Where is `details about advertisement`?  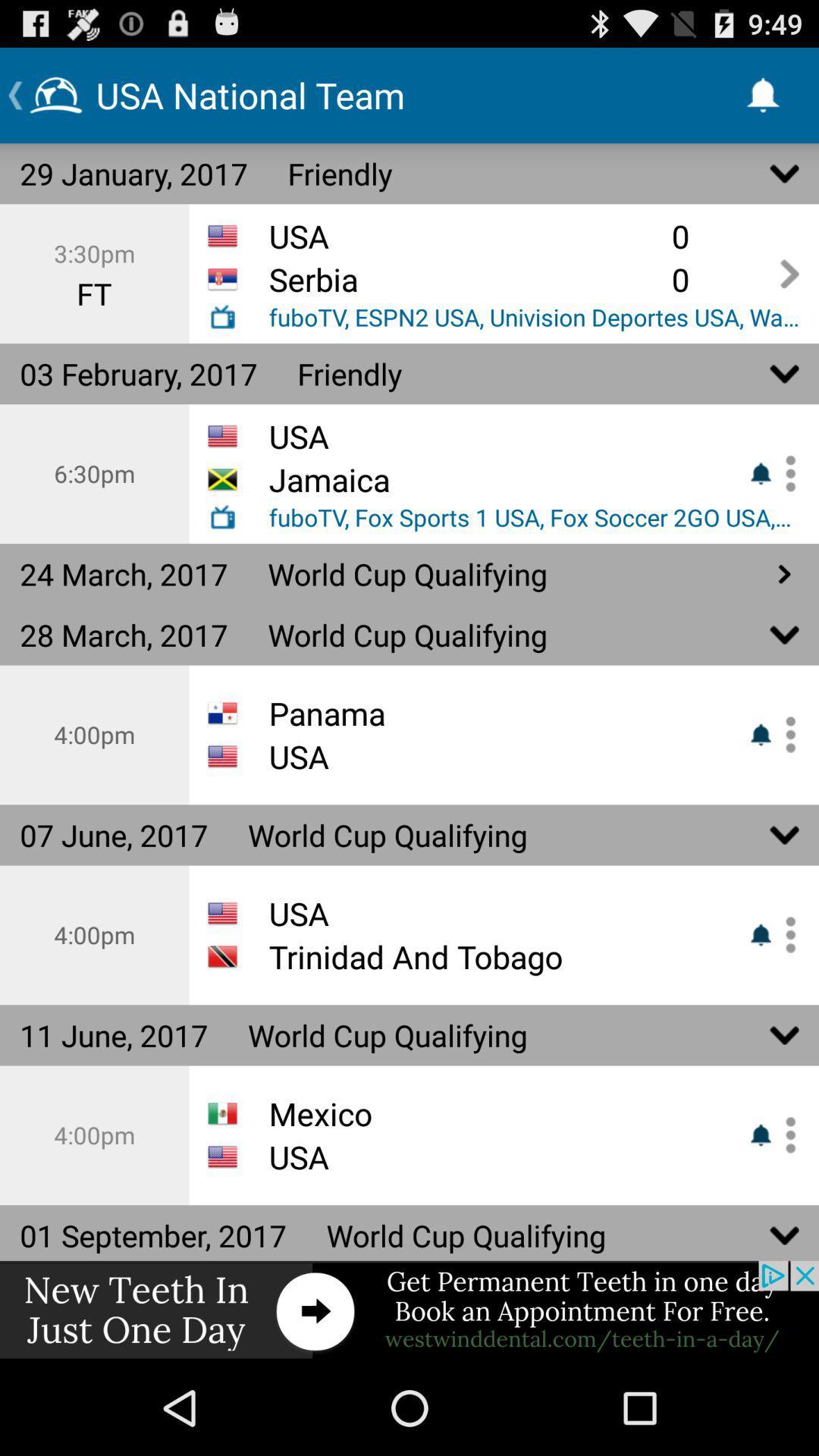
details about advertisement is located at coordinates (409, 1310).